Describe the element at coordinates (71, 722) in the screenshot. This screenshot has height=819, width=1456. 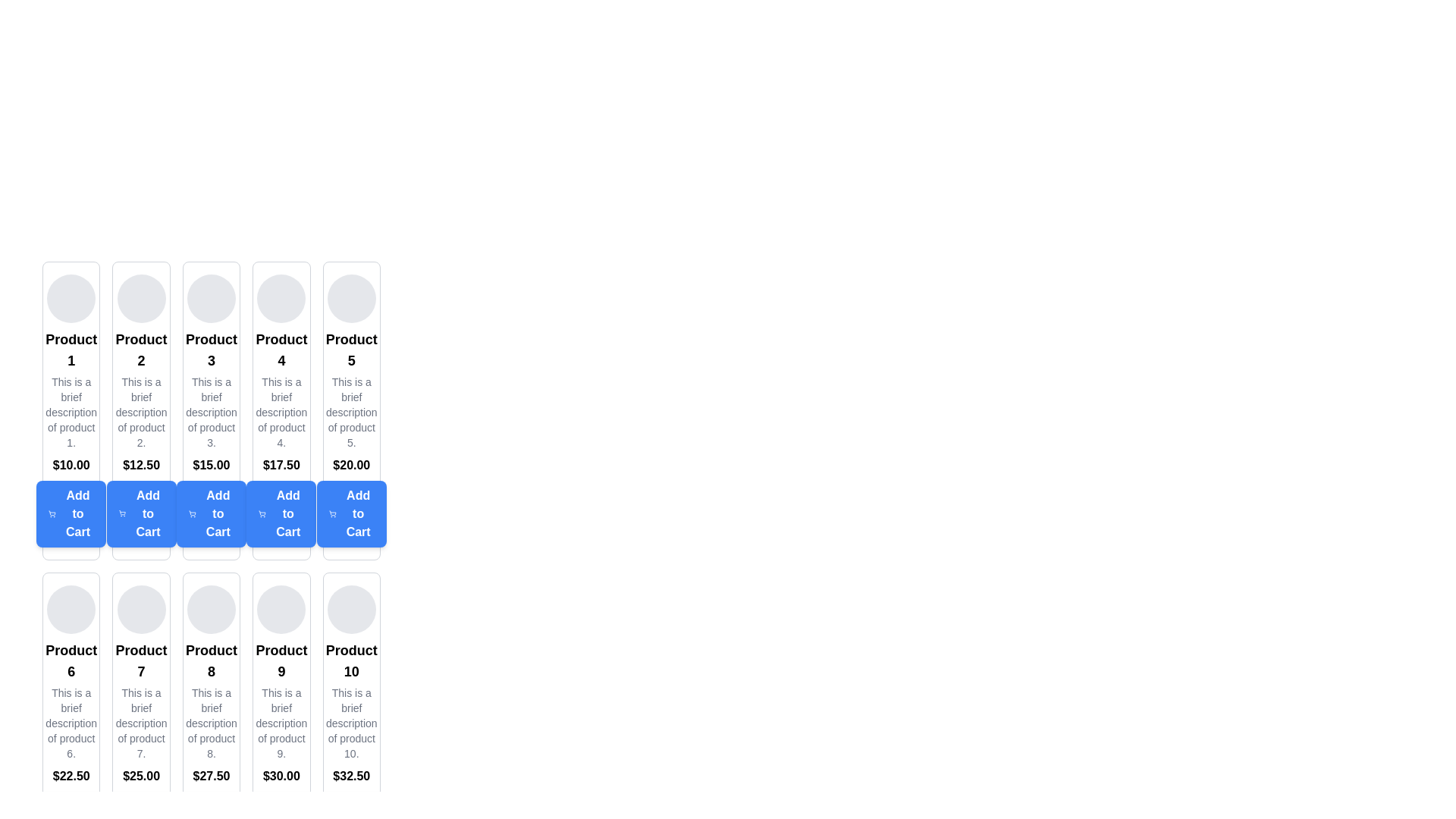
I see `the Text label that provides a brief description of the product within the sixth product card, located beneath 'Product 6' and above the price '$22.50'` at that location.